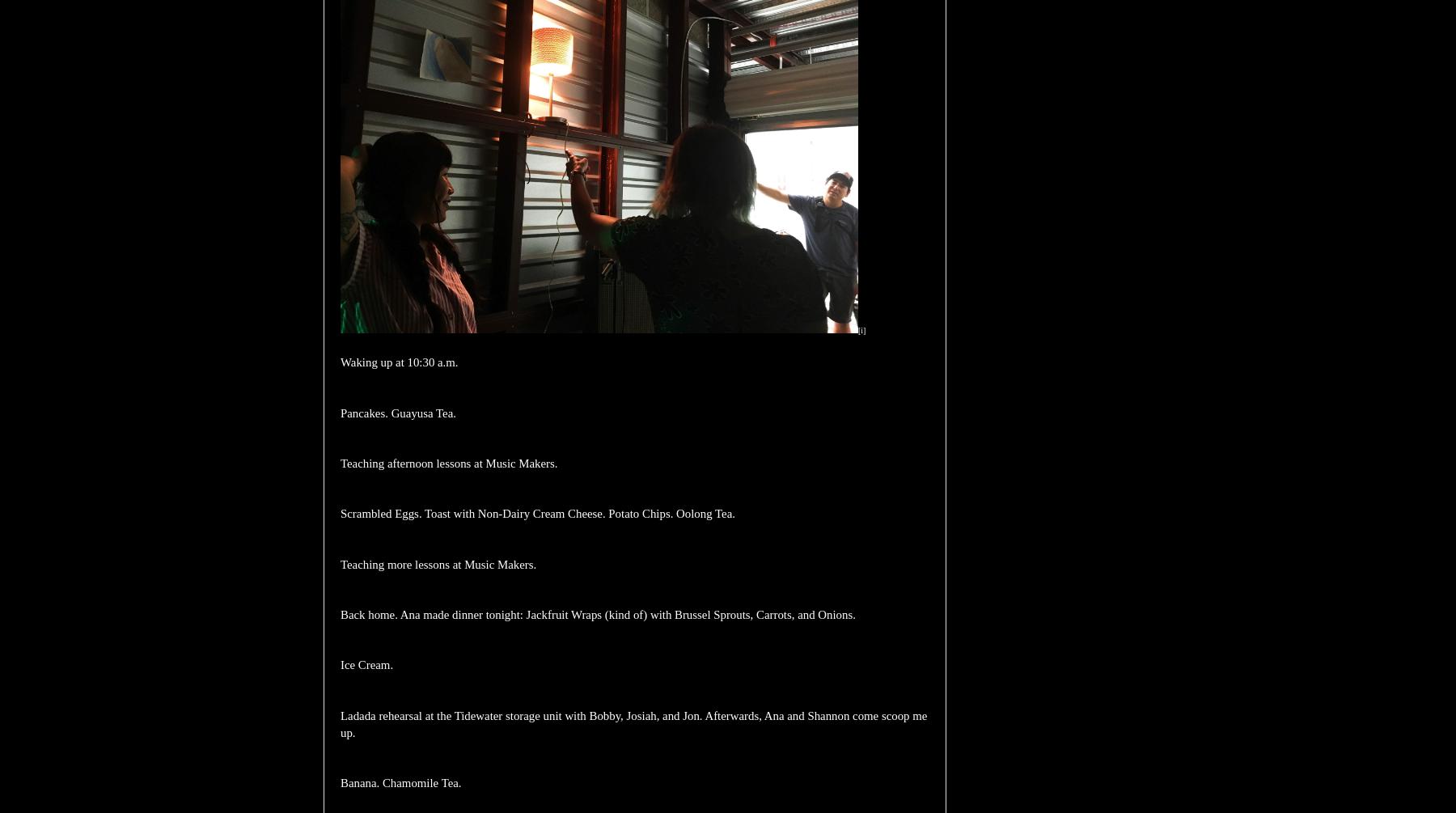 The width and height of the screenshot is (1456, 813). What do you see at coordinates (537, 512) in the screenshot?
I see `'Scrambled Eggs. Toast with Non-Dairy Cream Cheese. Potato Chips. Oolong Tea.'` at bounding box center [537, 512].